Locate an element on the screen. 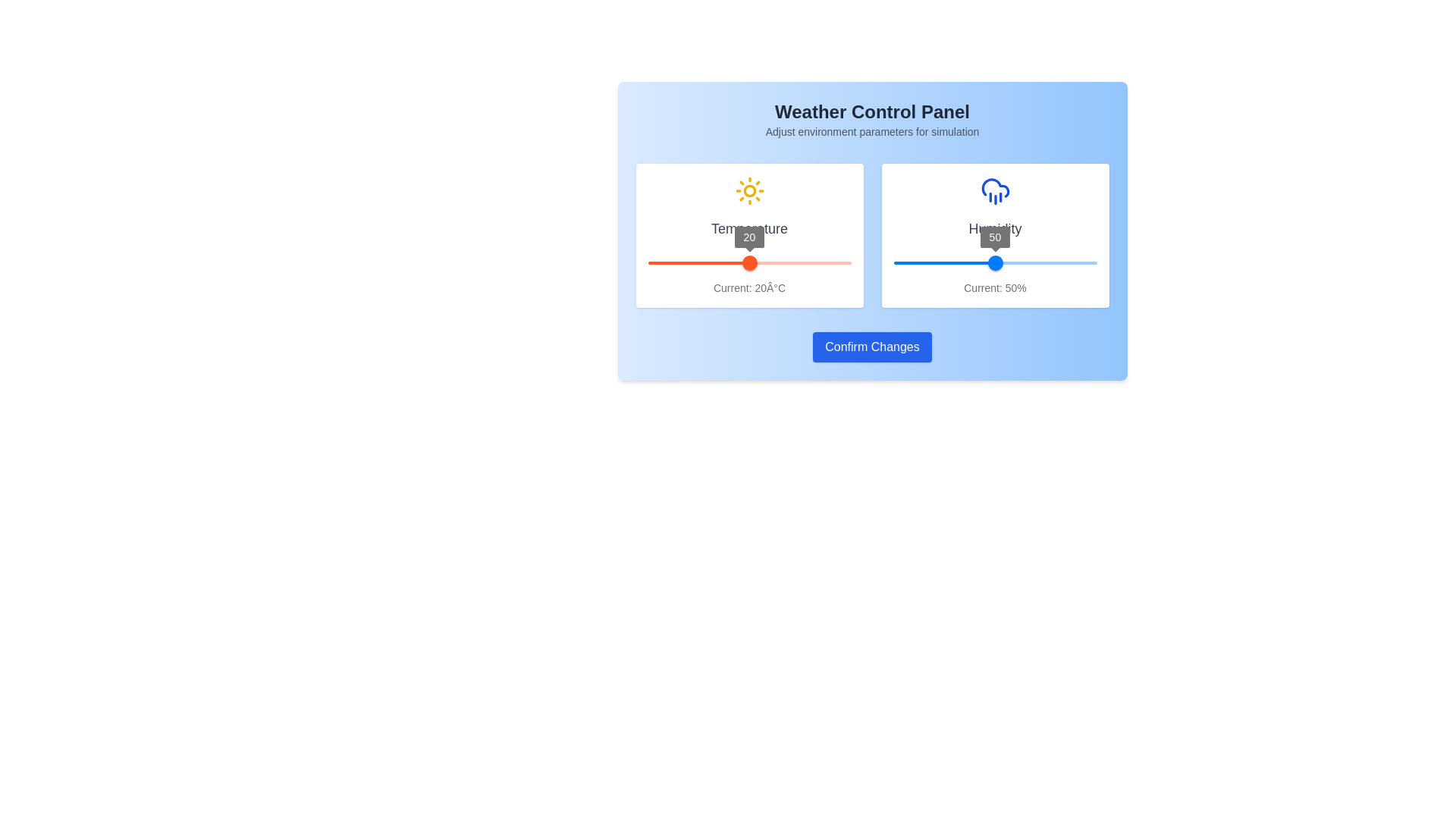 Image resolution: width=1456 pixels, height=819 pixels. the visual slider rail of the 'Humidity' slider in the 'Weather Control Panel', which is a thin horizontal bar positioned between the 'Current: 50%' text and the '50' value indicator is located at coordinates (995, 262).